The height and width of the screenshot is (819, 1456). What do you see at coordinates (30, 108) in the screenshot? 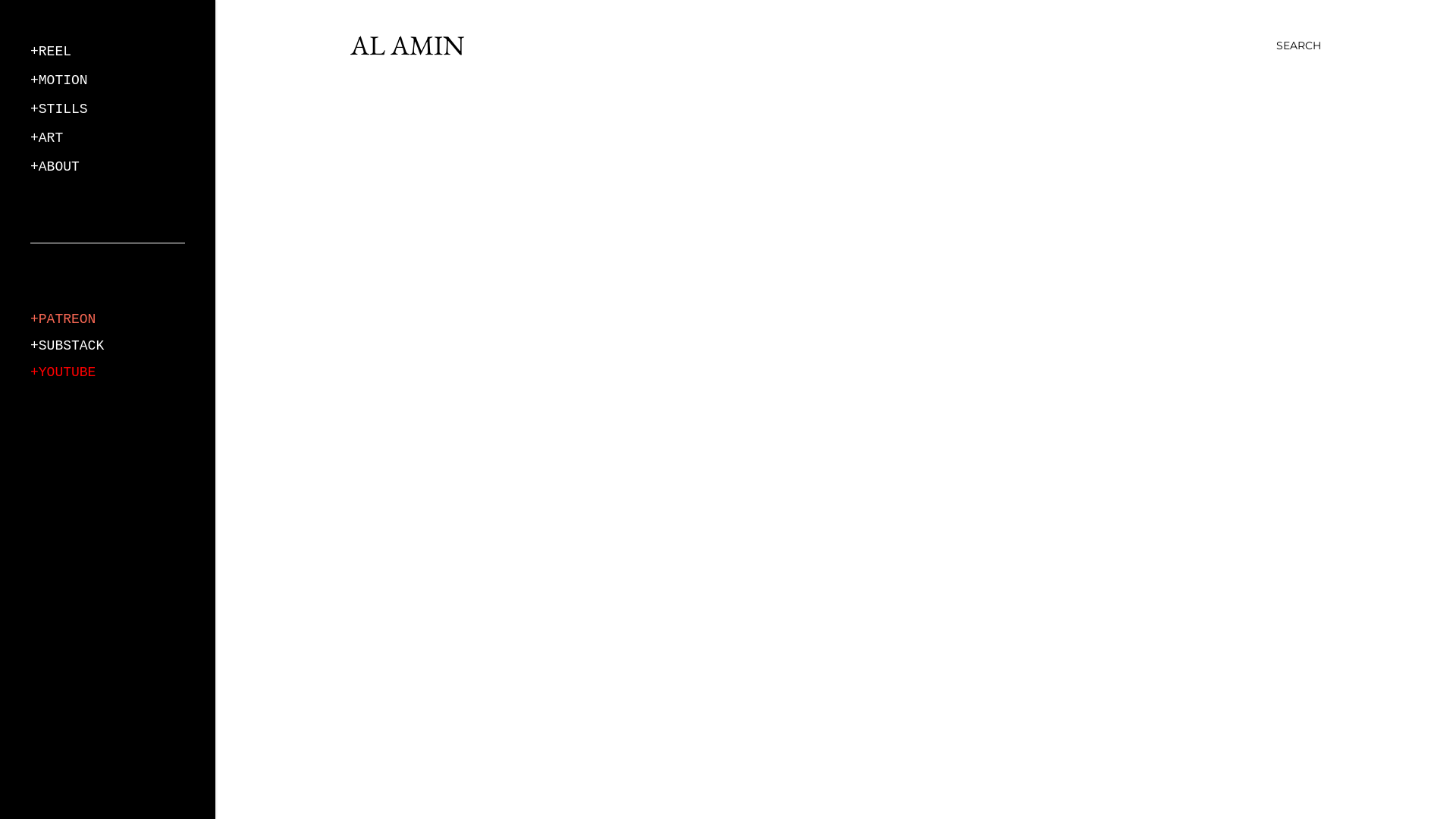
I see `'+STILLS'` at bounding box center [30, 108].